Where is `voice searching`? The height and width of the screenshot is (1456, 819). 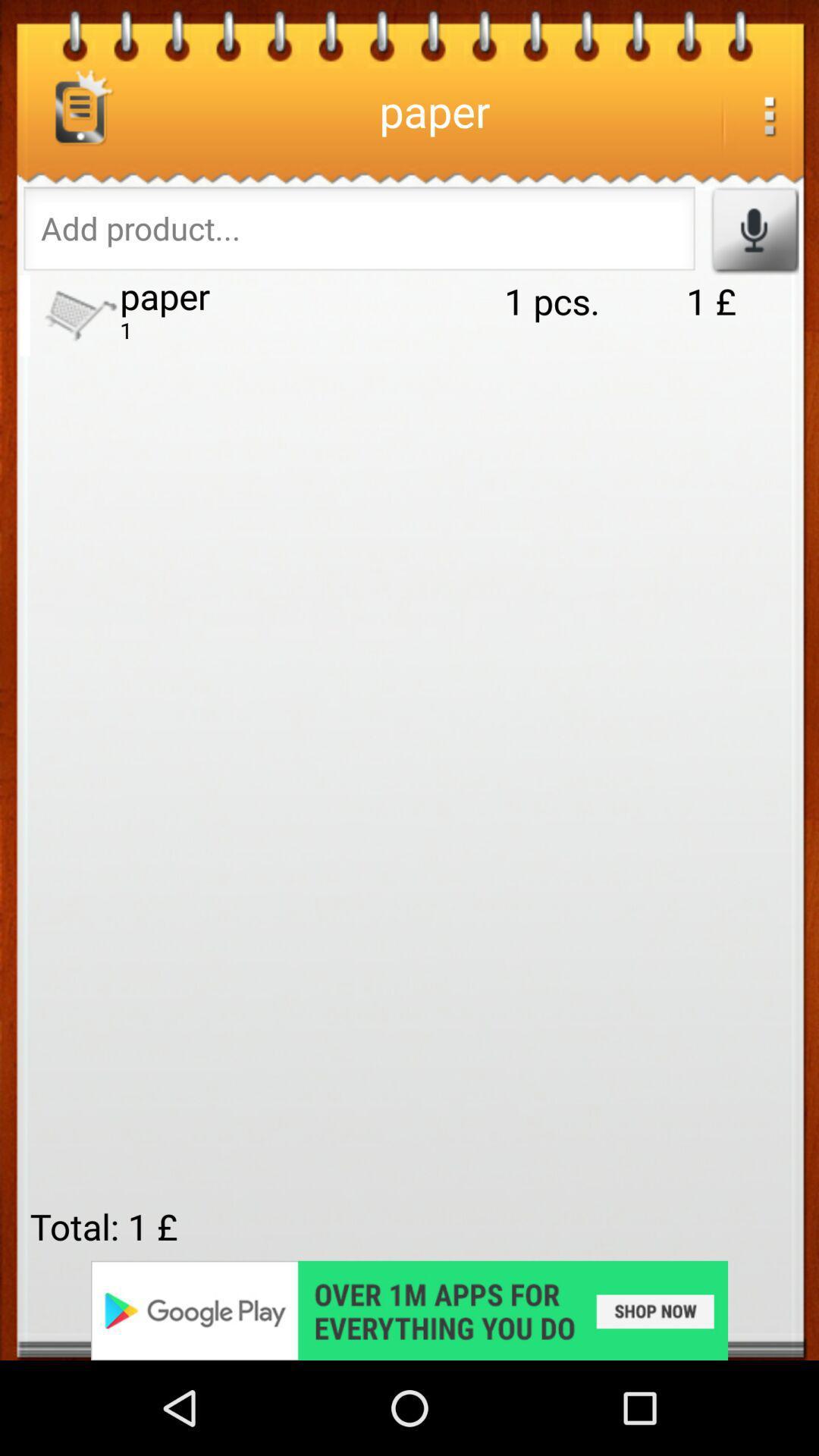
voice searching is located at coordinates (754, 229).